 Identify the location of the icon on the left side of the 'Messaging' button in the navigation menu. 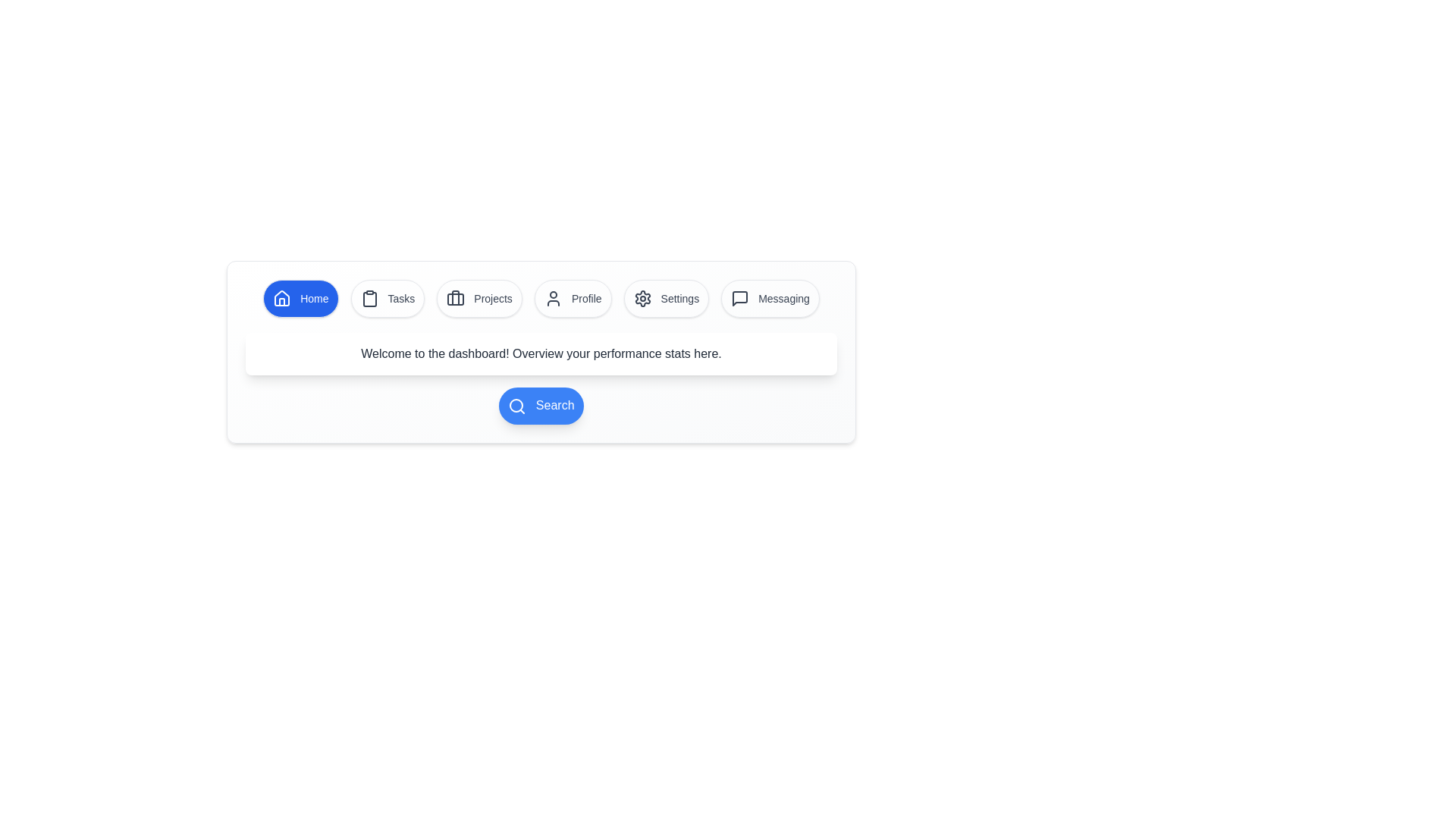
(740, 298).